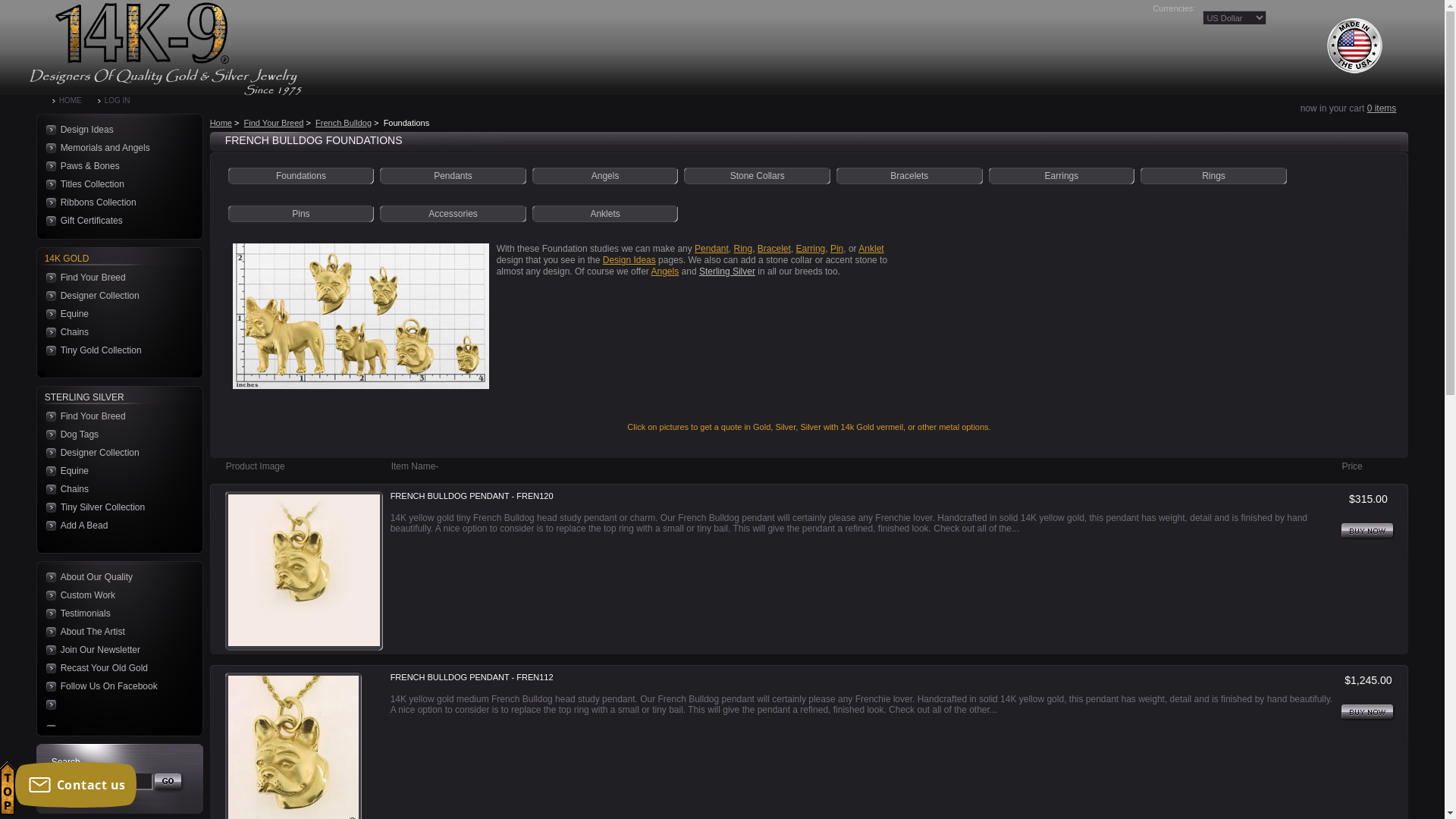 This screenshot has height=819, width=1456. I want to click on 'Bracelet', so click(774, 247).